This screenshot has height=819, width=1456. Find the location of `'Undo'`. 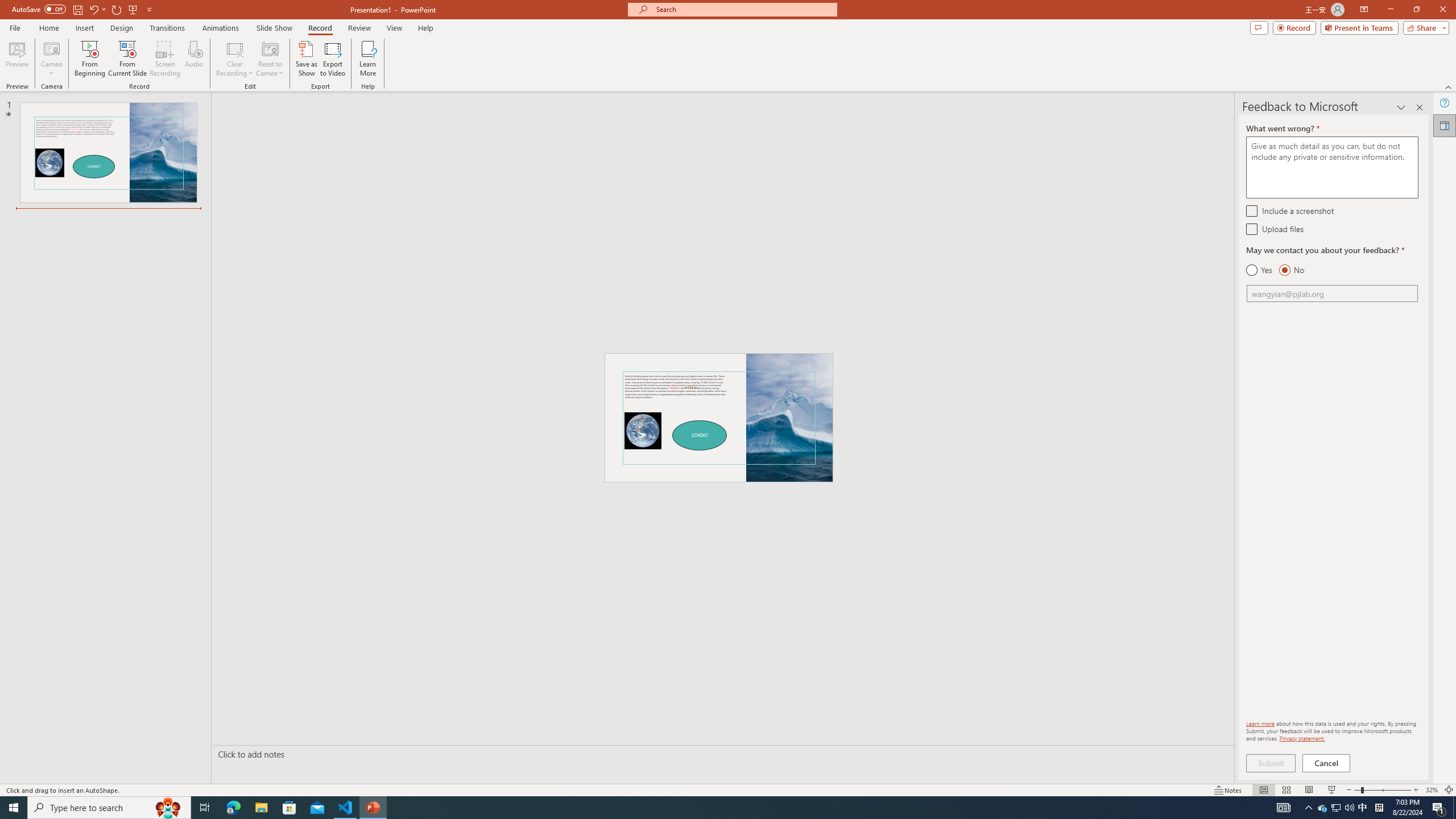

'Undo' is located at coordinates (93, 9).